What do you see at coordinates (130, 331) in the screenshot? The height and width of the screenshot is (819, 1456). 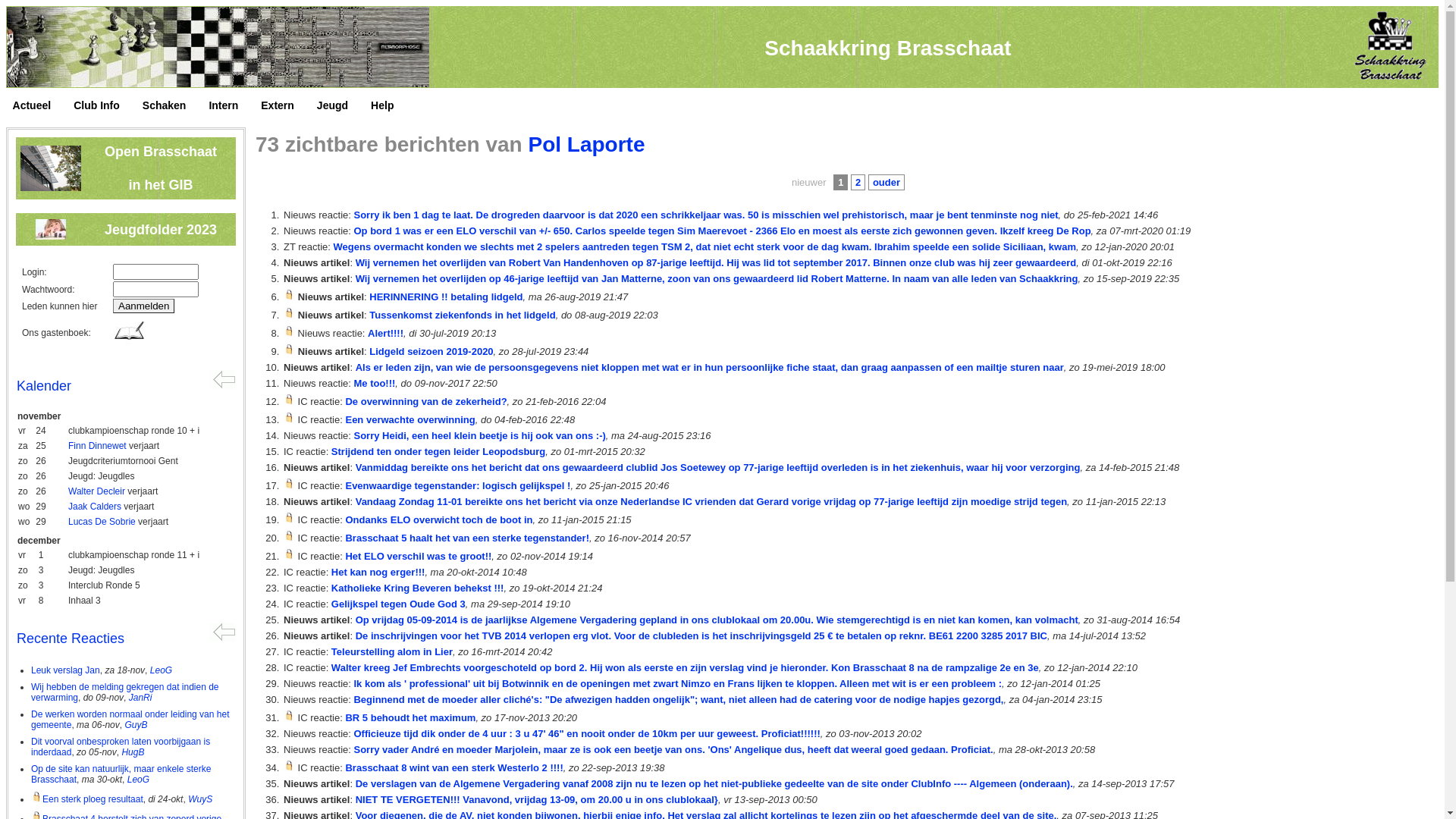 I see `'Gastenboek'` at bounding box center [130, 331].